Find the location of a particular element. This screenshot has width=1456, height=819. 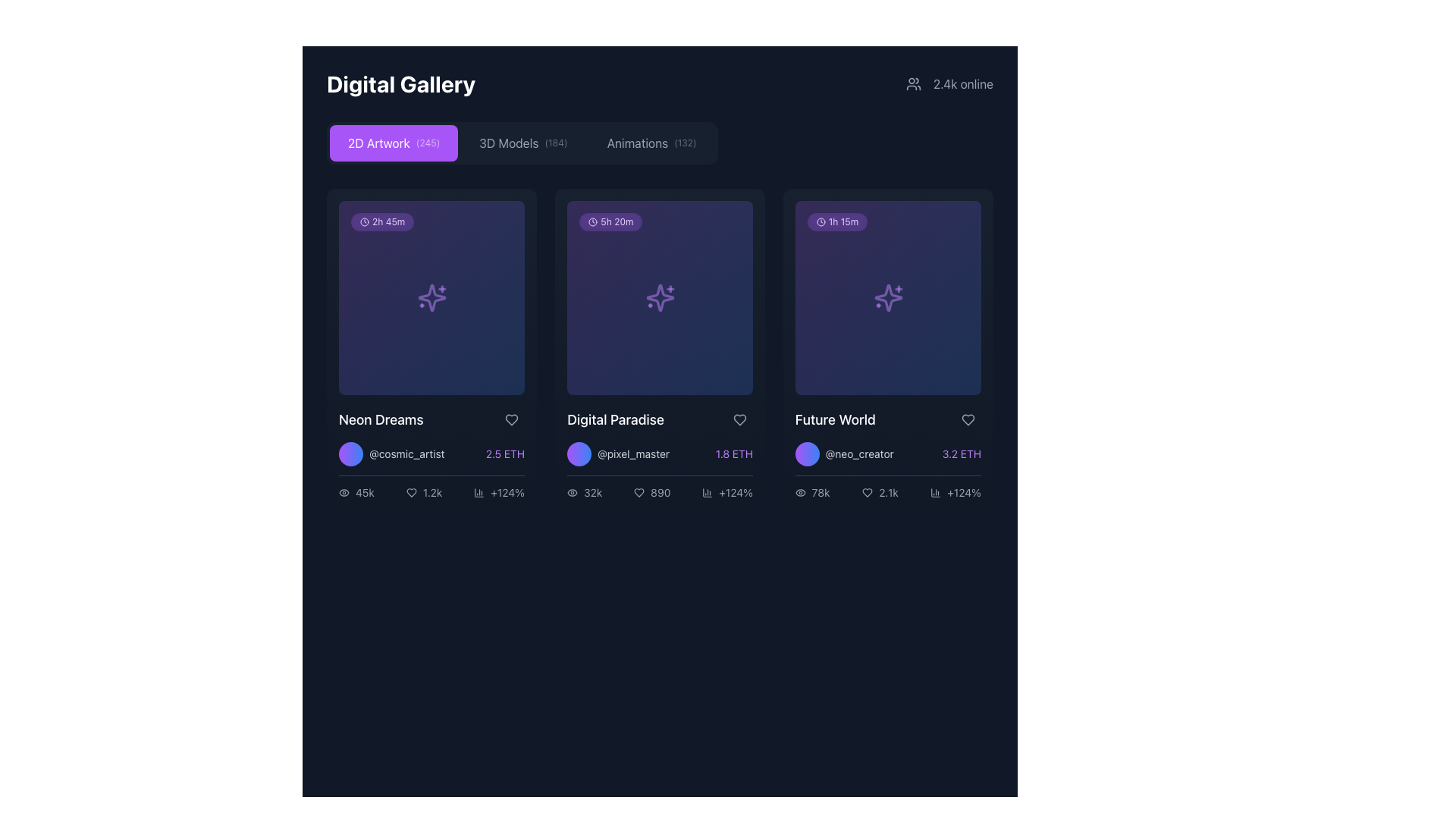

the small pill-shaped badge with a rounded purple background and a clock icon displaying '2h 45m' located at the top-left corner of the 'Neon Dreams' card is located at coordinates (382, 222).